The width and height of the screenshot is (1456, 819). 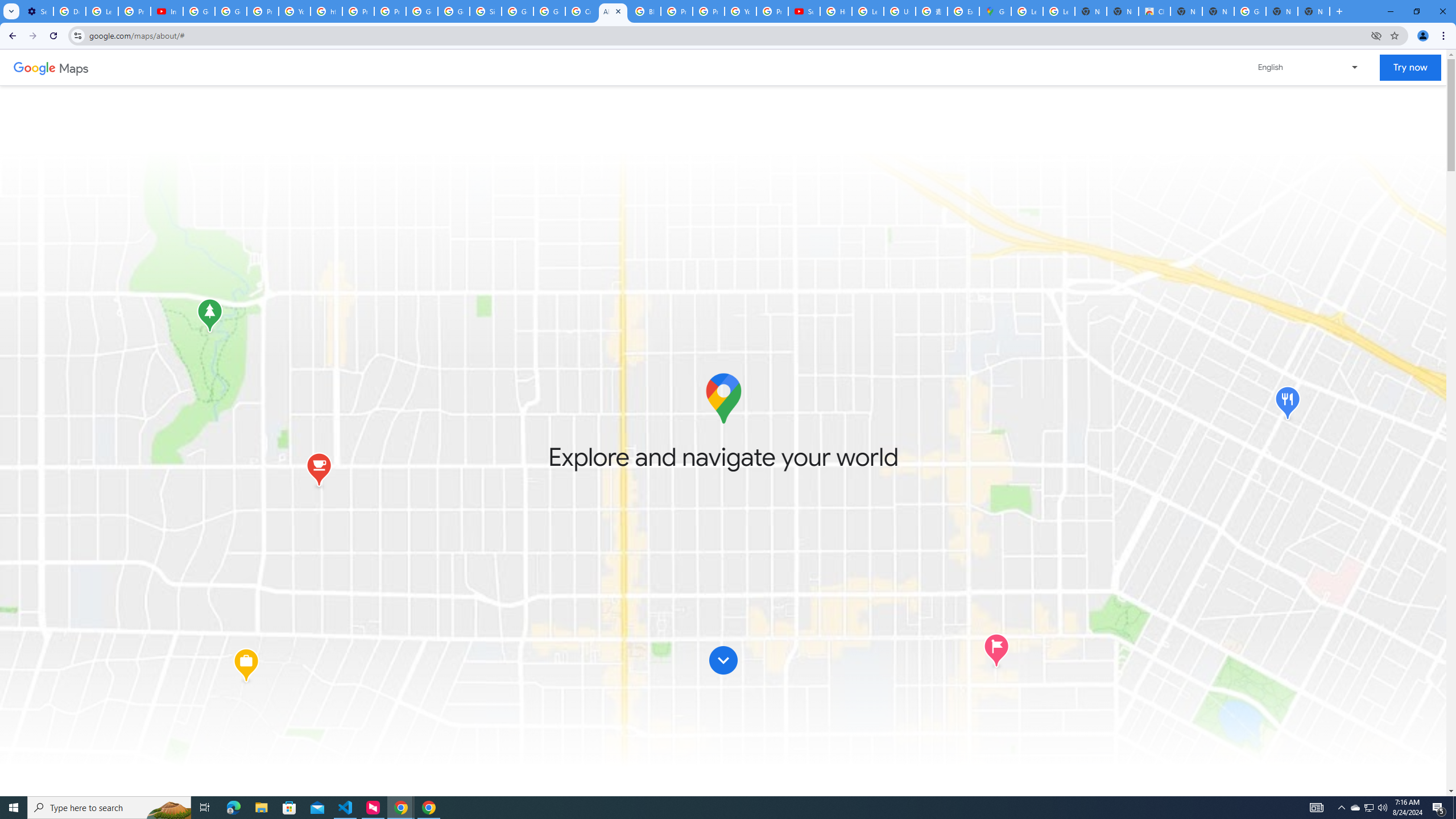 What do you see at coordinates (167, 11) in the screenshot?
I see `'Introduction | Google Privacy Policy - YouTube'` at bounding box center [167, 11].